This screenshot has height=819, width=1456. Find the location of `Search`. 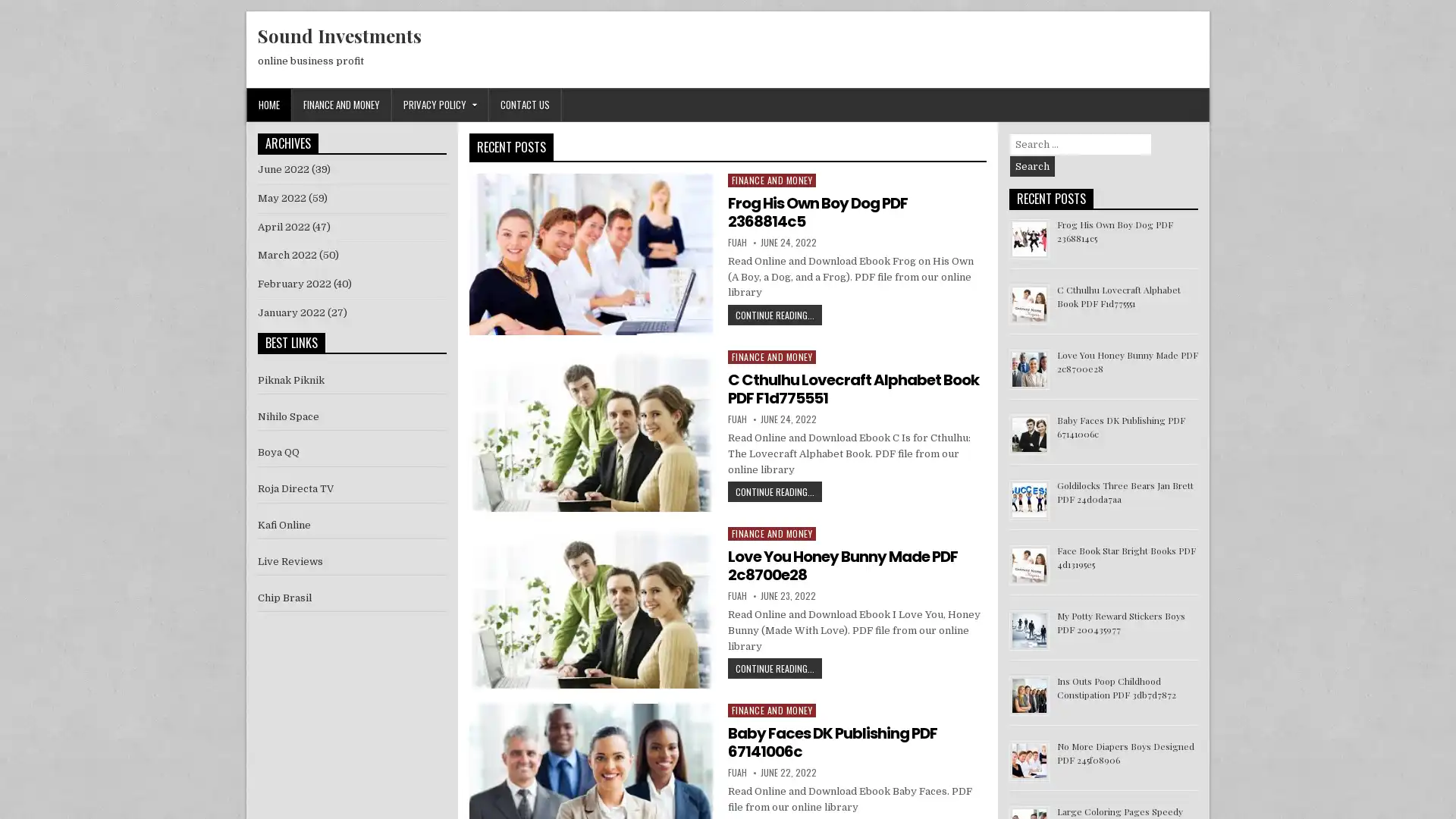

Search is located at coordinates (1031, 166).